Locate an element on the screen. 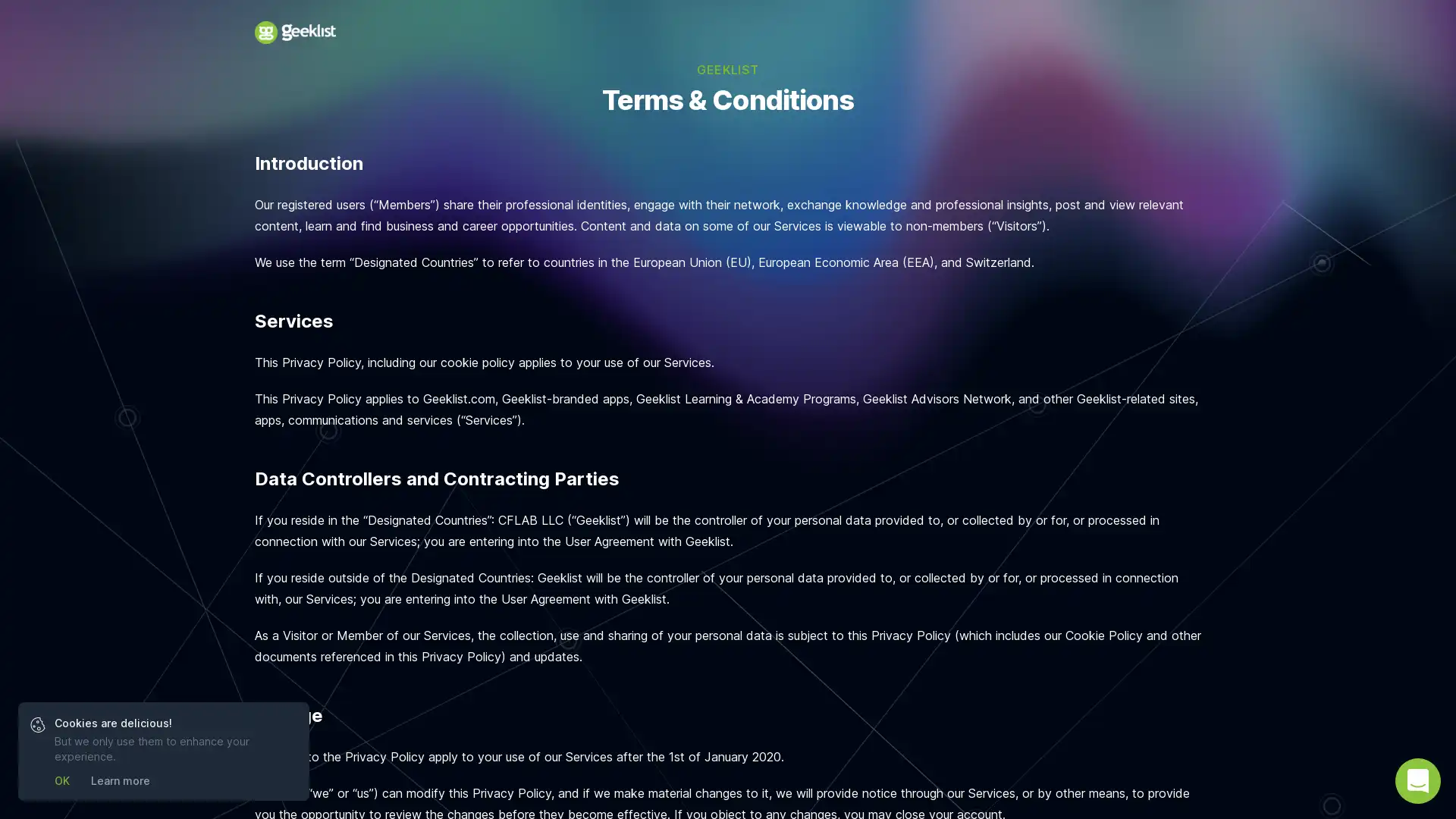  Open Intercom Messenger is located at coordinates (1417, 780).